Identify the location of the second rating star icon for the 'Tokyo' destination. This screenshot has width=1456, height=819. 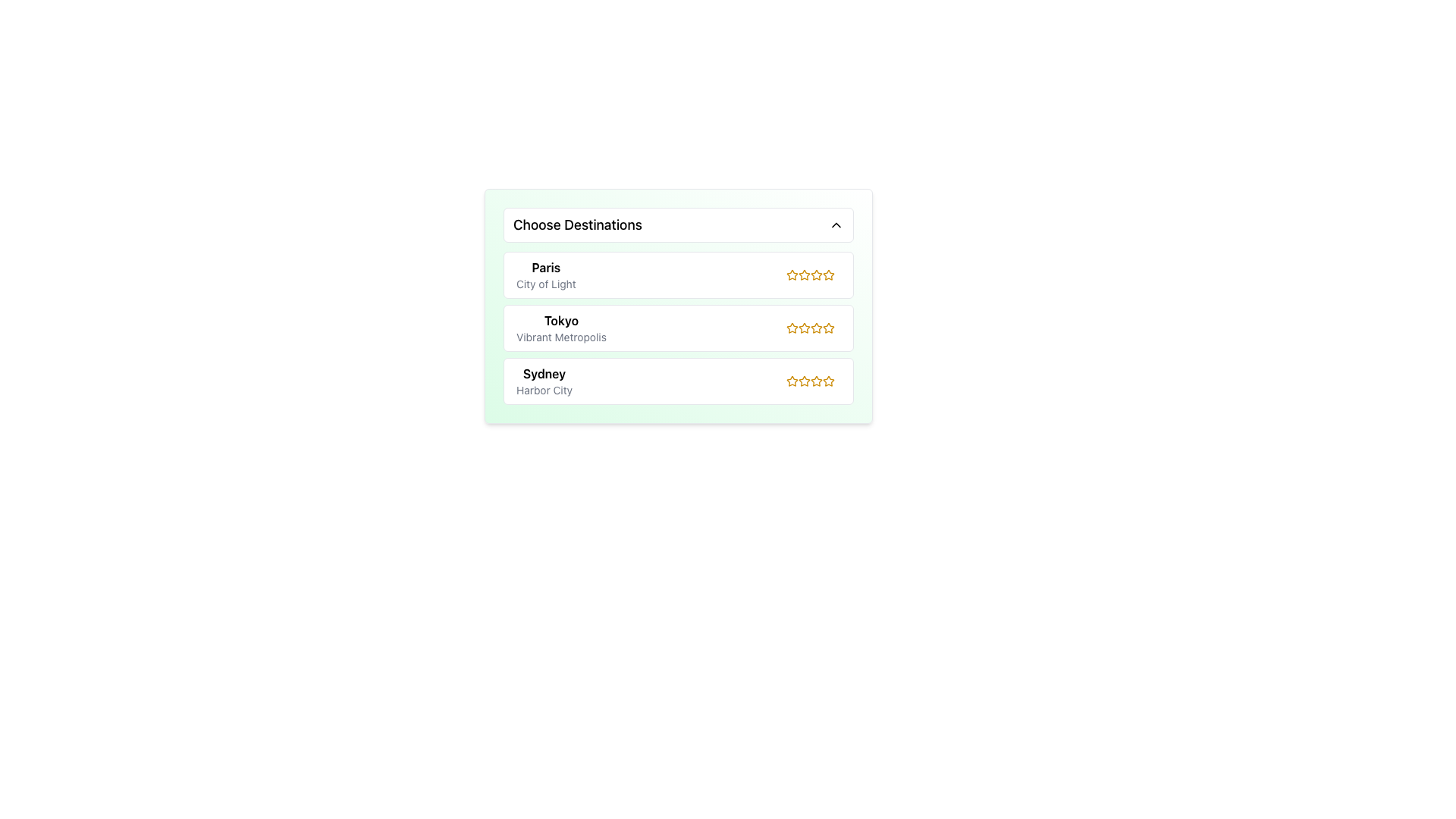
(803, 327).